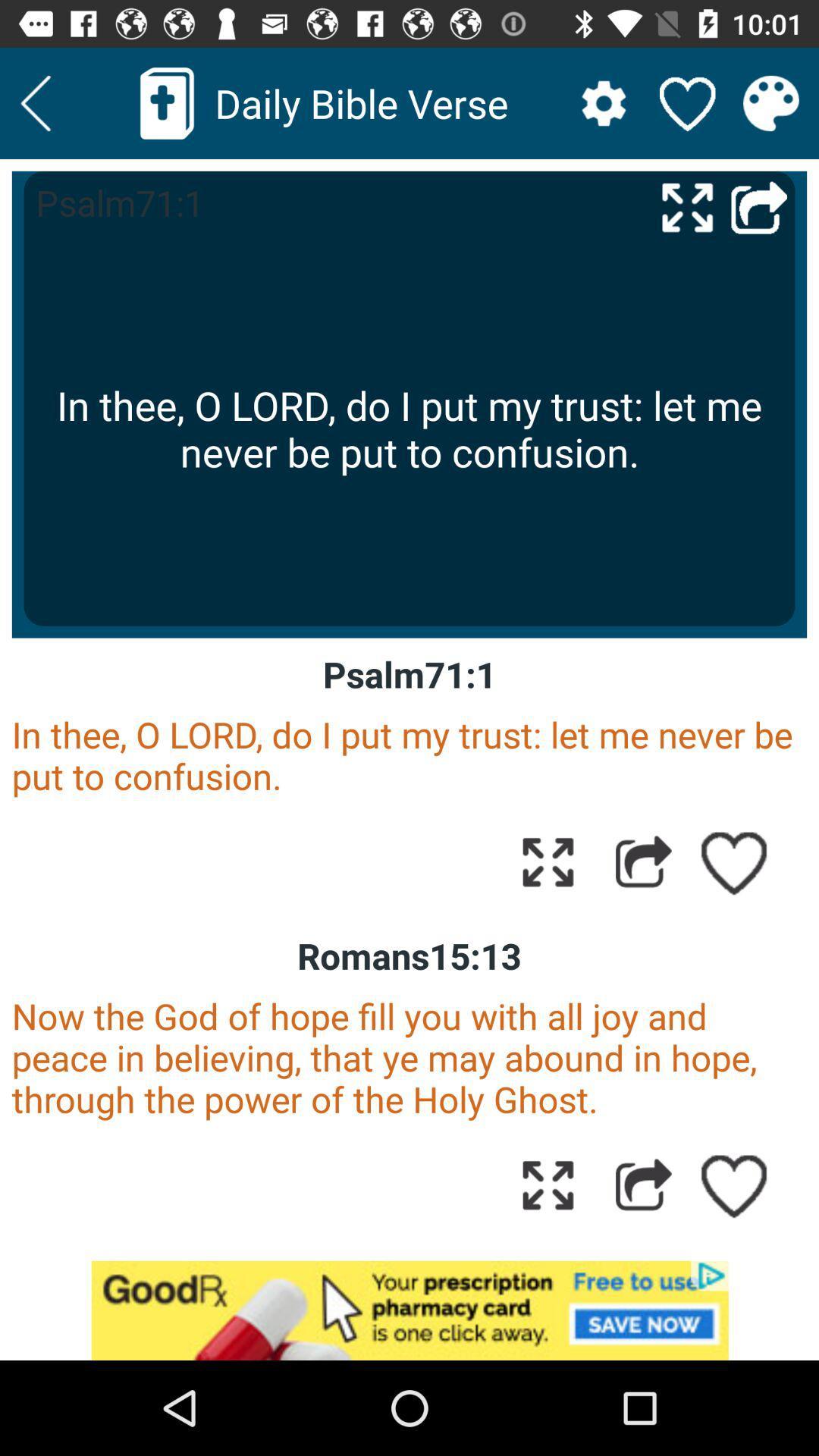 Image resolution: width=819 pixels, height=1456 pixels. I want to click on settin pega, so click(603, 102).